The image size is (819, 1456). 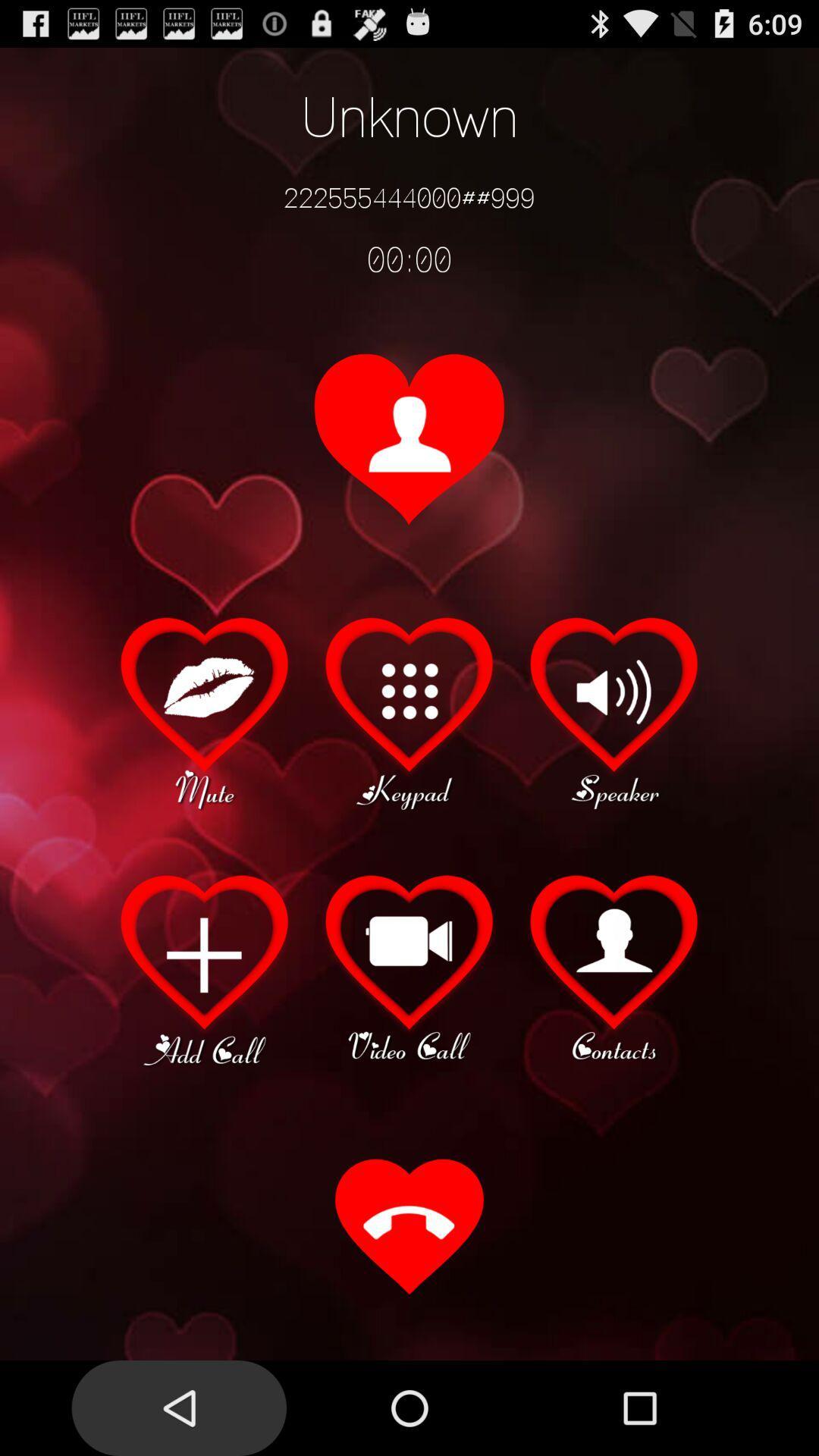 What do you see at coordinates (205, 710) in the screenshot?
I see `go emoji` at bounding box center [205, 710].